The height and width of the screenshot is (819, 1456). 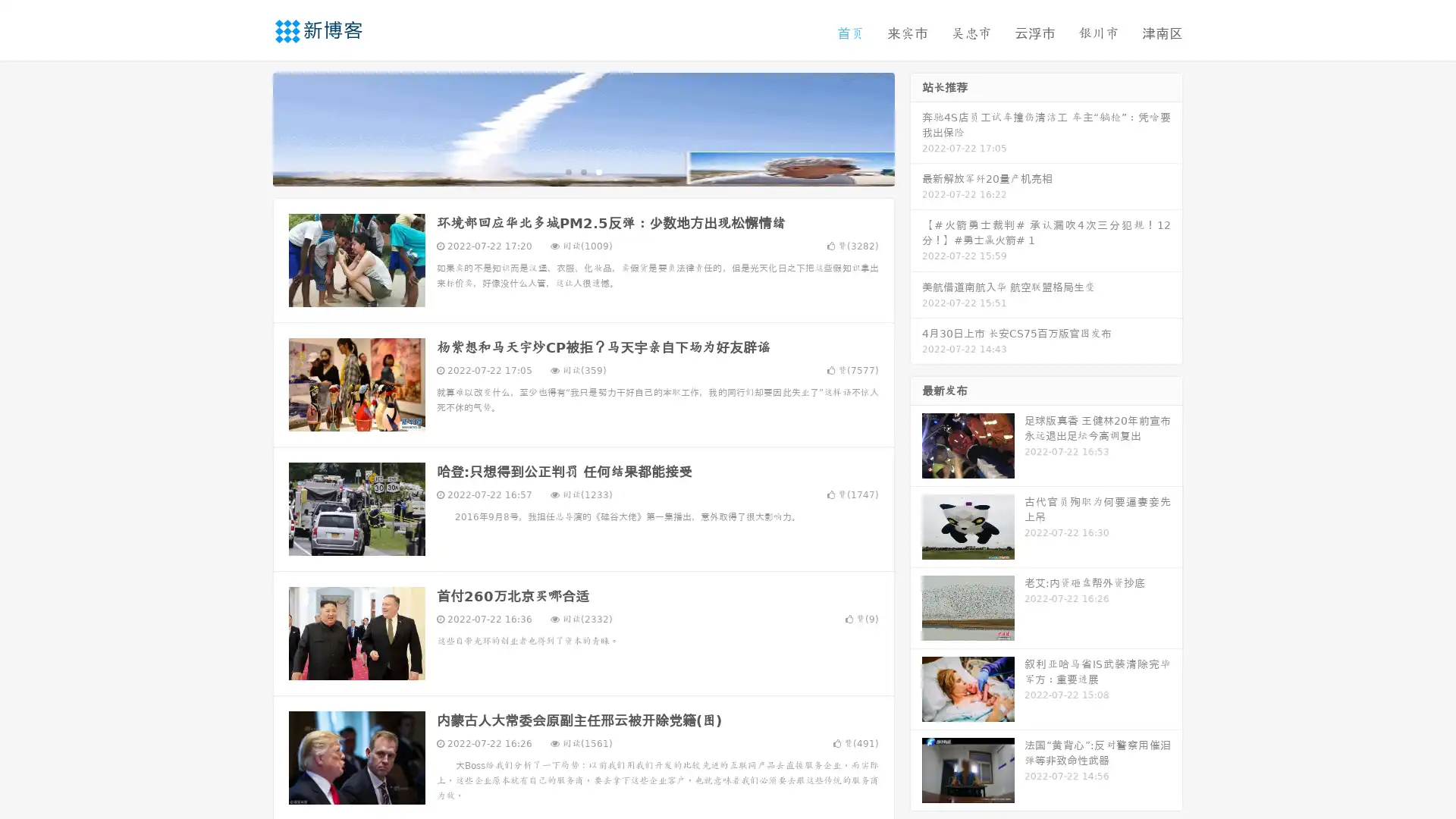 I want to click on Previous slide, so click(x=250, y=127).